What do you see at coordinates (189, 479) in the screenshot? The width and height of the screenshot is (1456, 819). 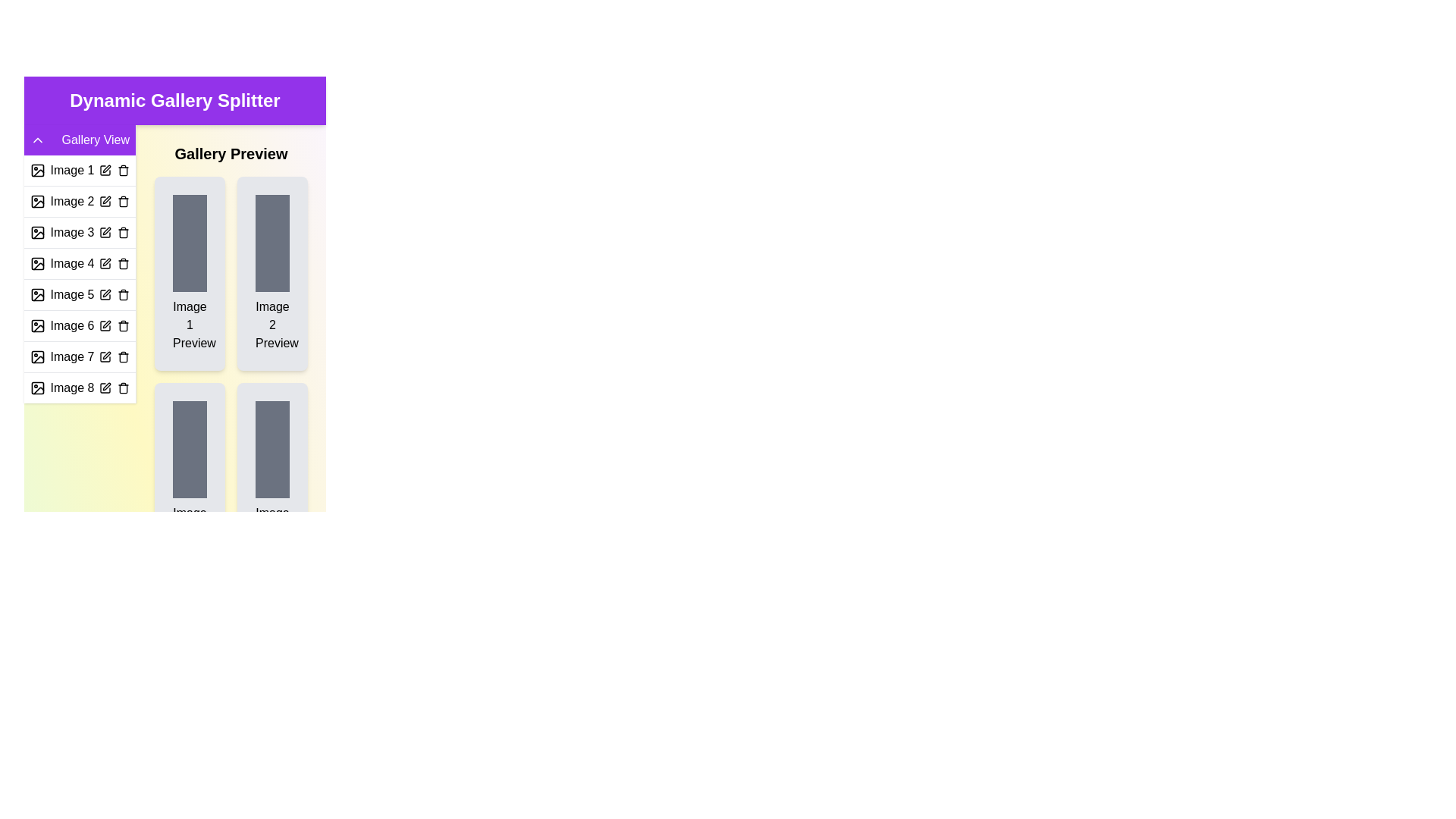 I see `to select the third image preview card in the gallery, which is located in the left column, third row, beneath 'Image 1 Preview' and 'Image 2 Preview'` at bounding box center [189, 479].